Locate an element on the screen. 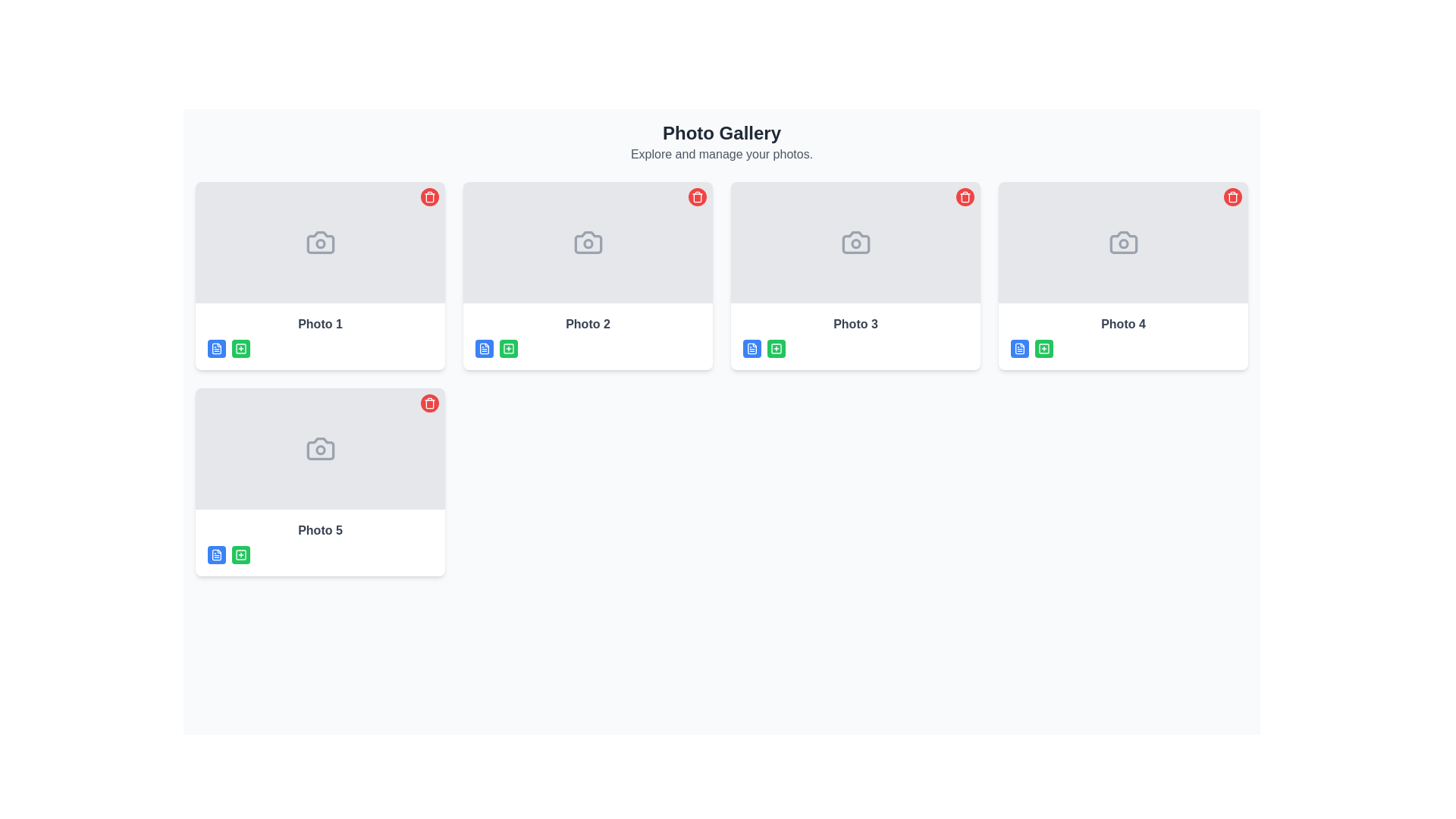 This screenshot has height=819, width=1456. the interactive icon element located under the photo preview area for 'Photo 3', indicating a function such as adding or editing a photo is located at coordinates (776, 348).